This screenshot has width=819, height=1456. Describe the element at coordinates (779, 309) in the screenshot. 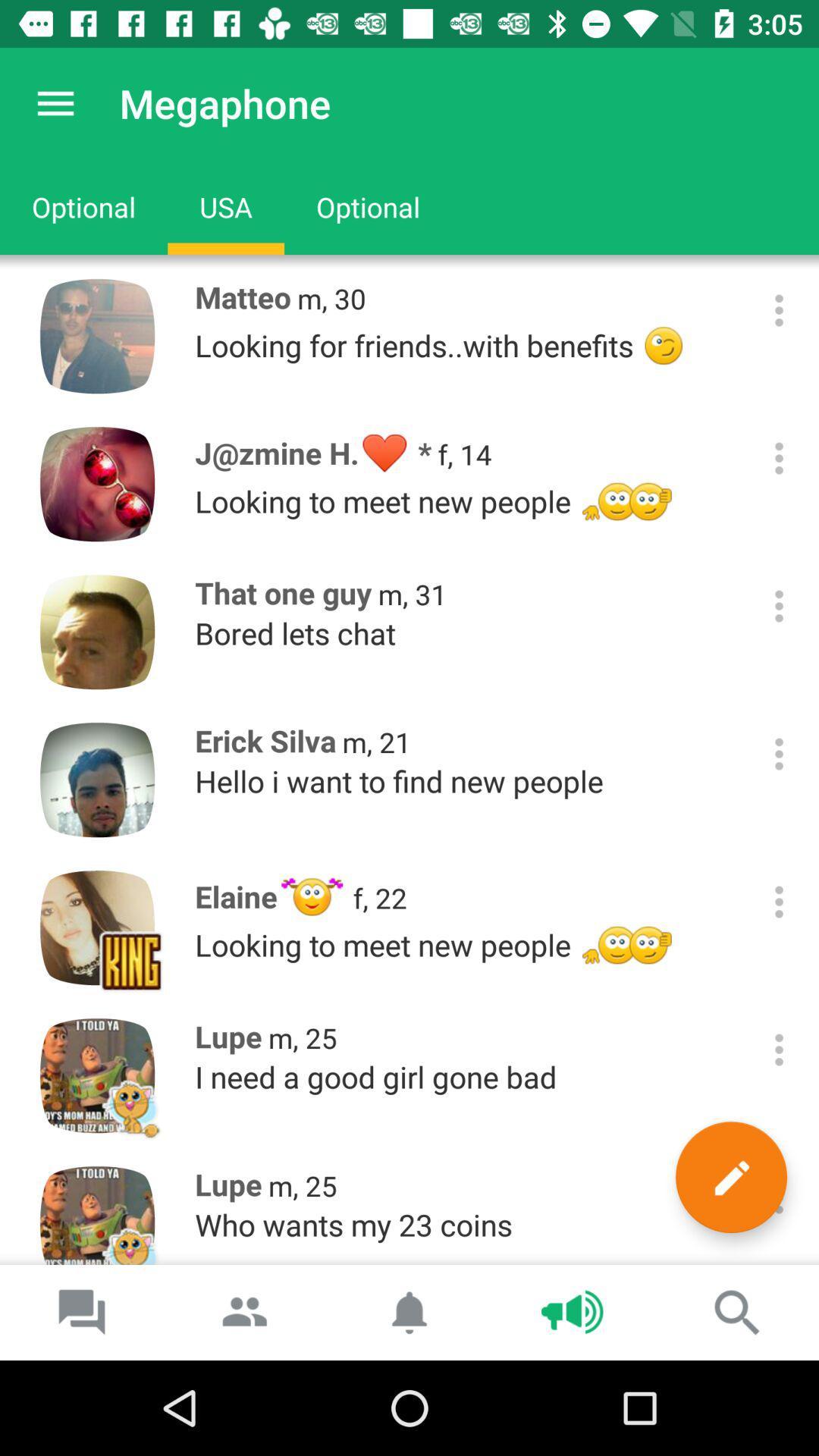

I see `profile options` at that location.